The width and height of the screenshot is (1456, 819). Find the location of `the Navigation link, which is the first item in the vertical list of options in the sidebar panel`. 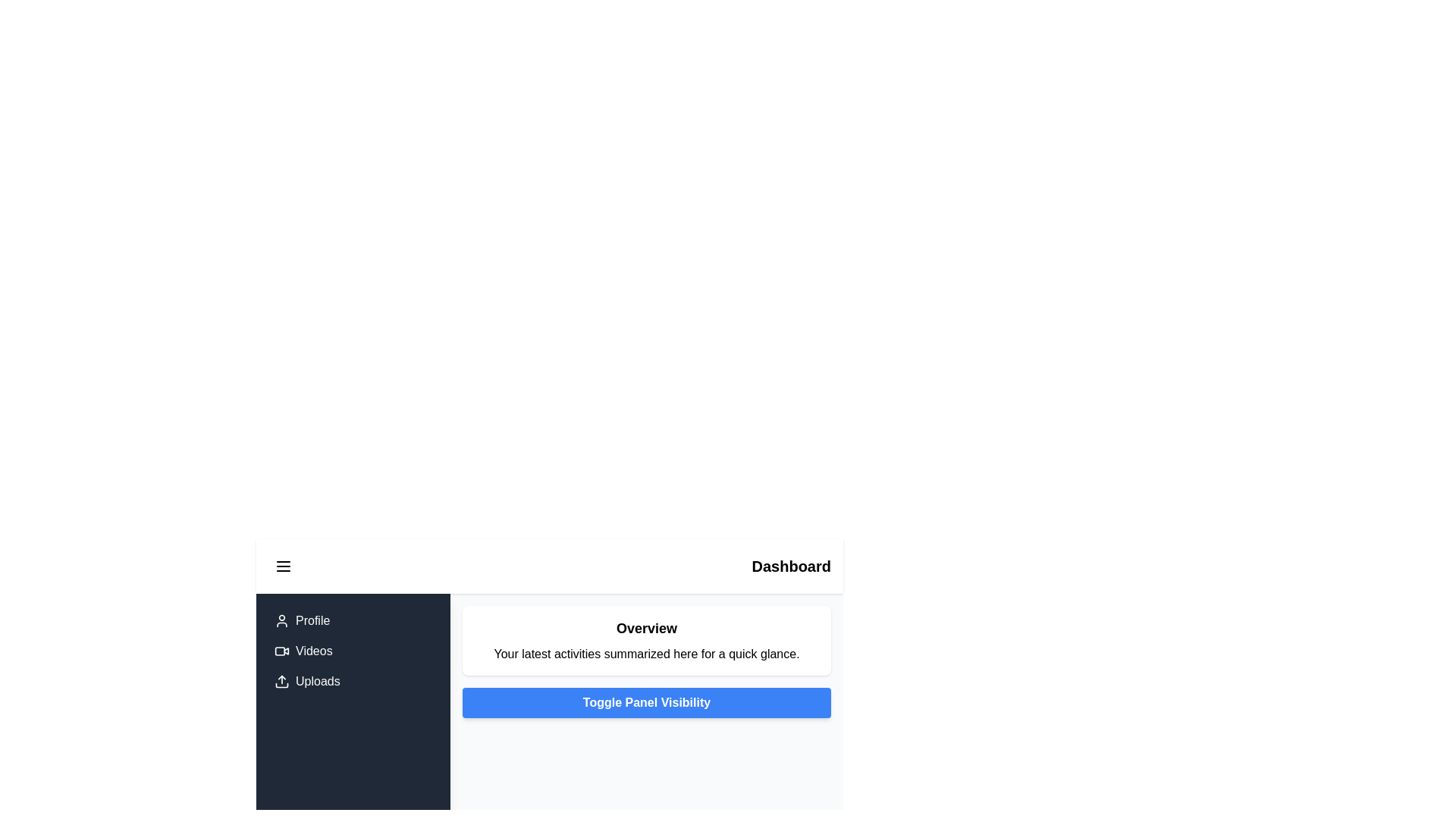

the Navigation link, which is the first item in the vertical list of options in the sidebar panel is located at coordinates (352, 620).